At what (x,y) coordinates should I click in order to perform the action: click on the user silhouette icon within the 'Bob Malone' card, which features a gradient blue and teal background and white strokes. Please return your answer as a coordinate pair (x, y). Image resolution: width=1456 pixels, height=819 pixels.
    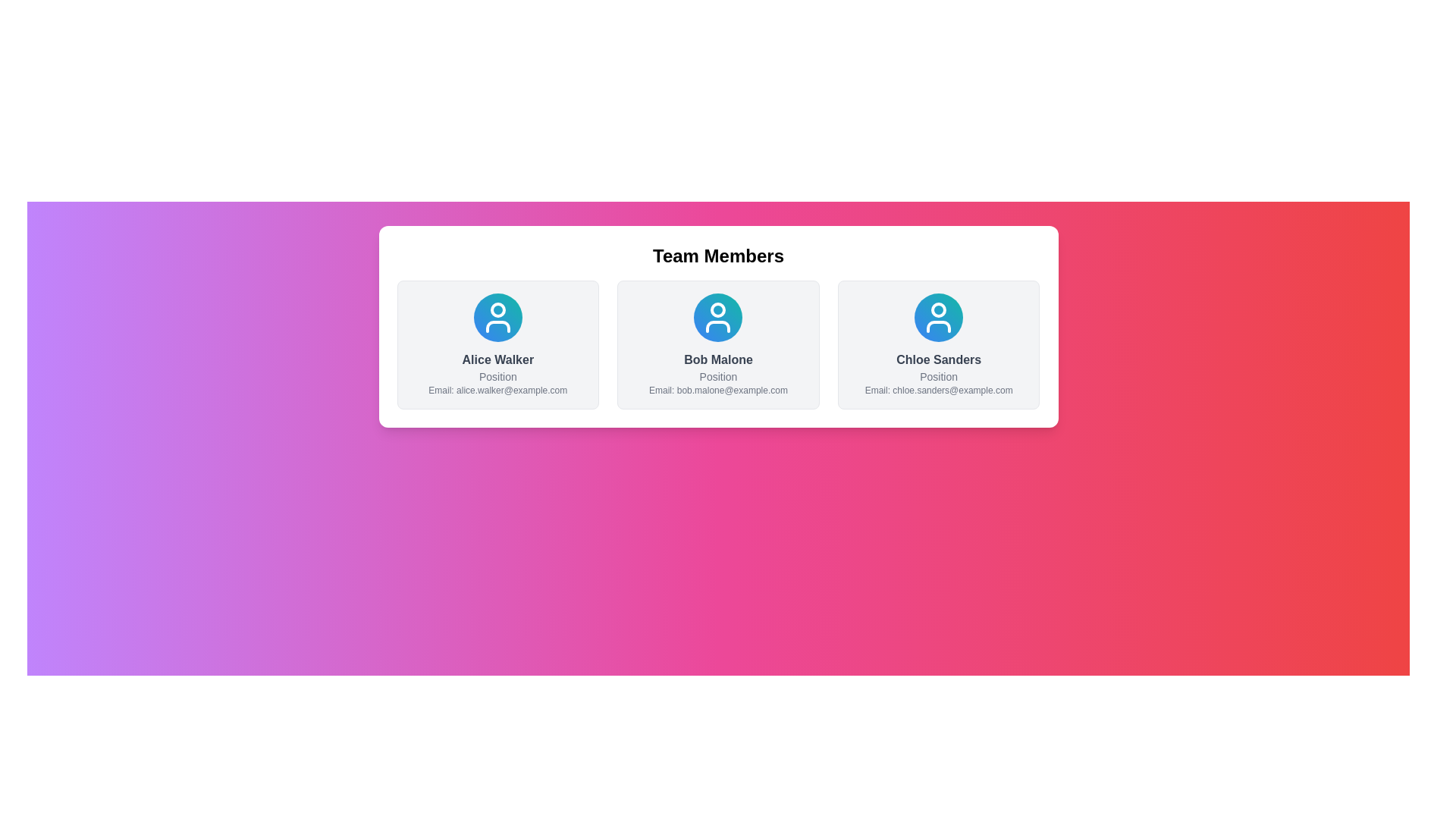
    Looking at the image, I should click on (717, 317).